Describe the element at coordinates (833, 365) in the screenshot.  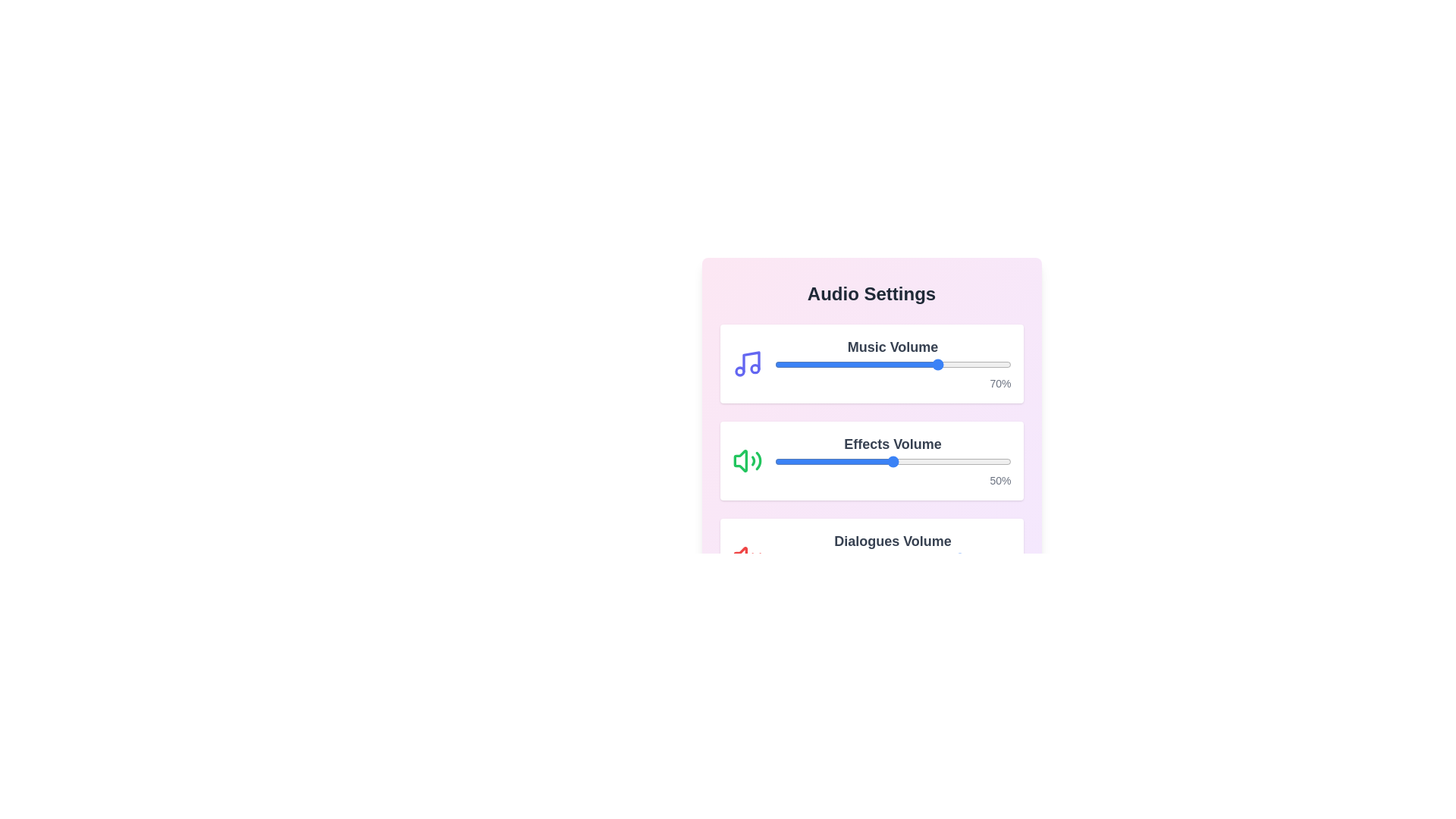
I see `the music volume slider to 25%` at that location.